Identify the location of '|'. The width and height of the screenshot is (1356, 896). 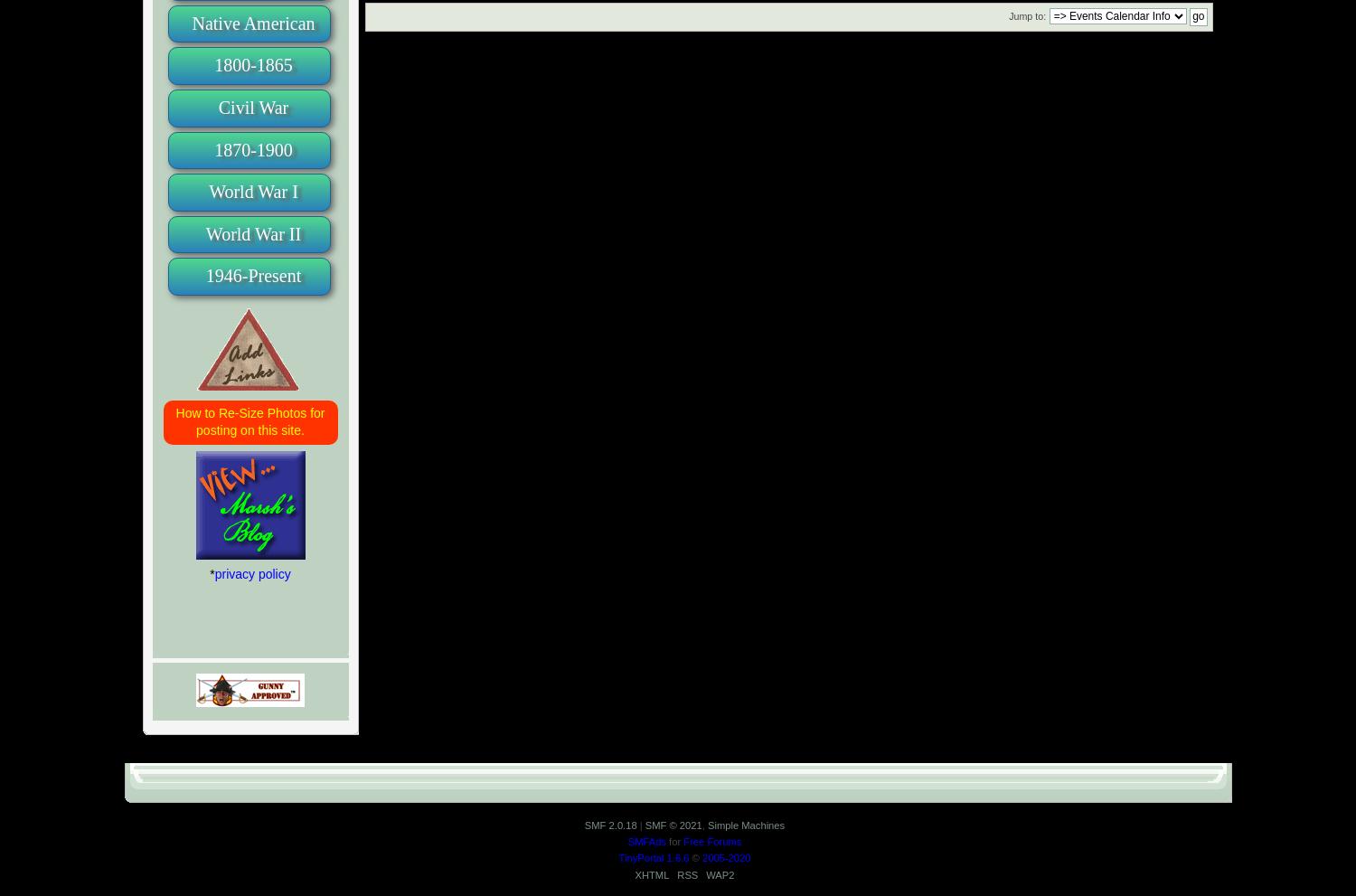
(639, 824).